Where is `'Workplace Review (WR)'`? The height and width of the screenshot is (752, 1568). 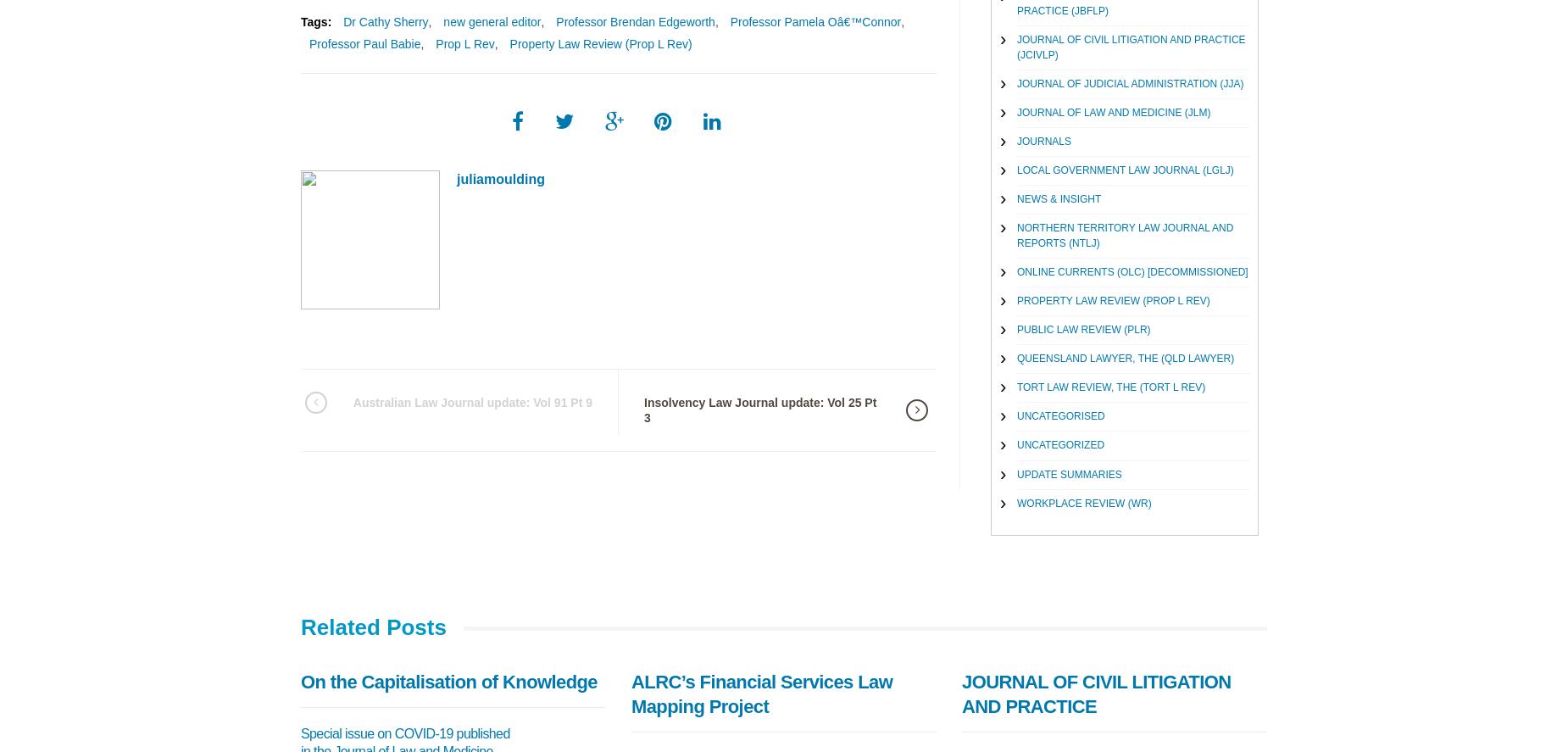 'Workplace Review (WR)' is located at coordinates (1083, 502).